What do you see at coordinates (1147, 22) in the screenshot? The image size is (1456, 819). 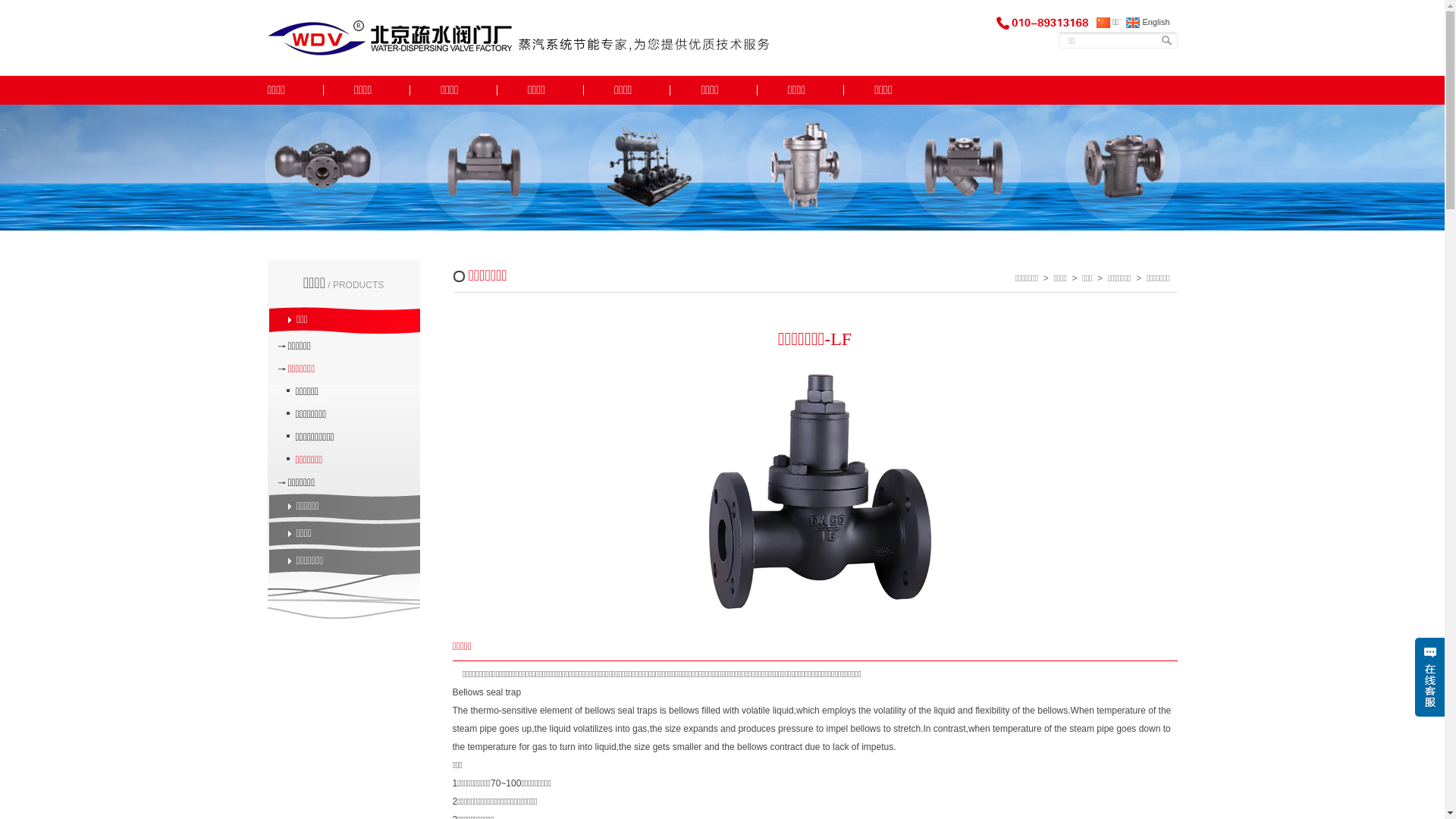 I see `'English'` at bounding box center [1147, 22].